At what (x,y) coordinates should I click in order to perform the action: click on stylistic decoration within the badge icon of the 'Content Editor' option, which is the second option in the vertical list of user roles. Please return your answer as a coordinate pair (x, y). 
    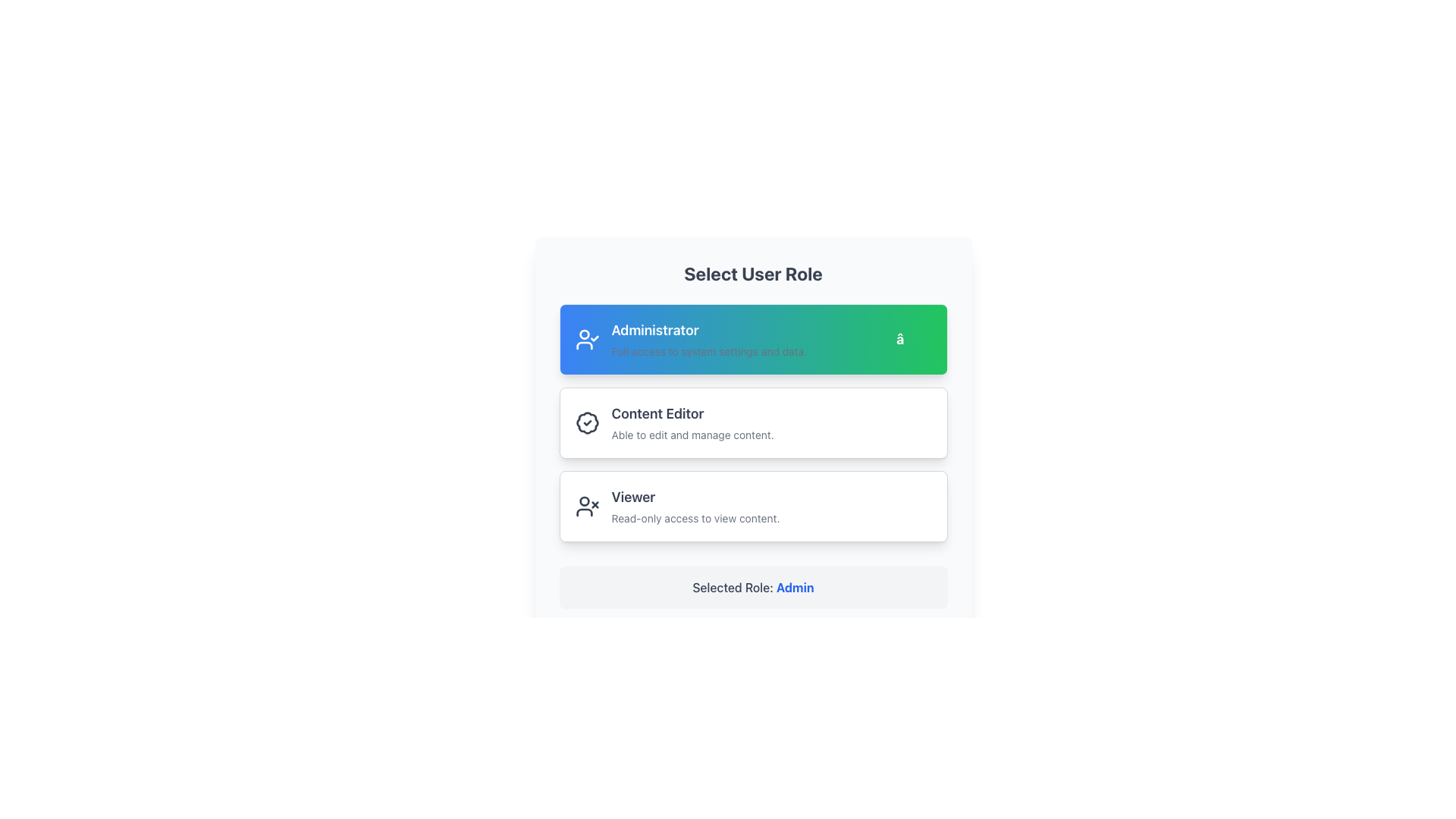
    Looking at the image, I should click on (586, 423).